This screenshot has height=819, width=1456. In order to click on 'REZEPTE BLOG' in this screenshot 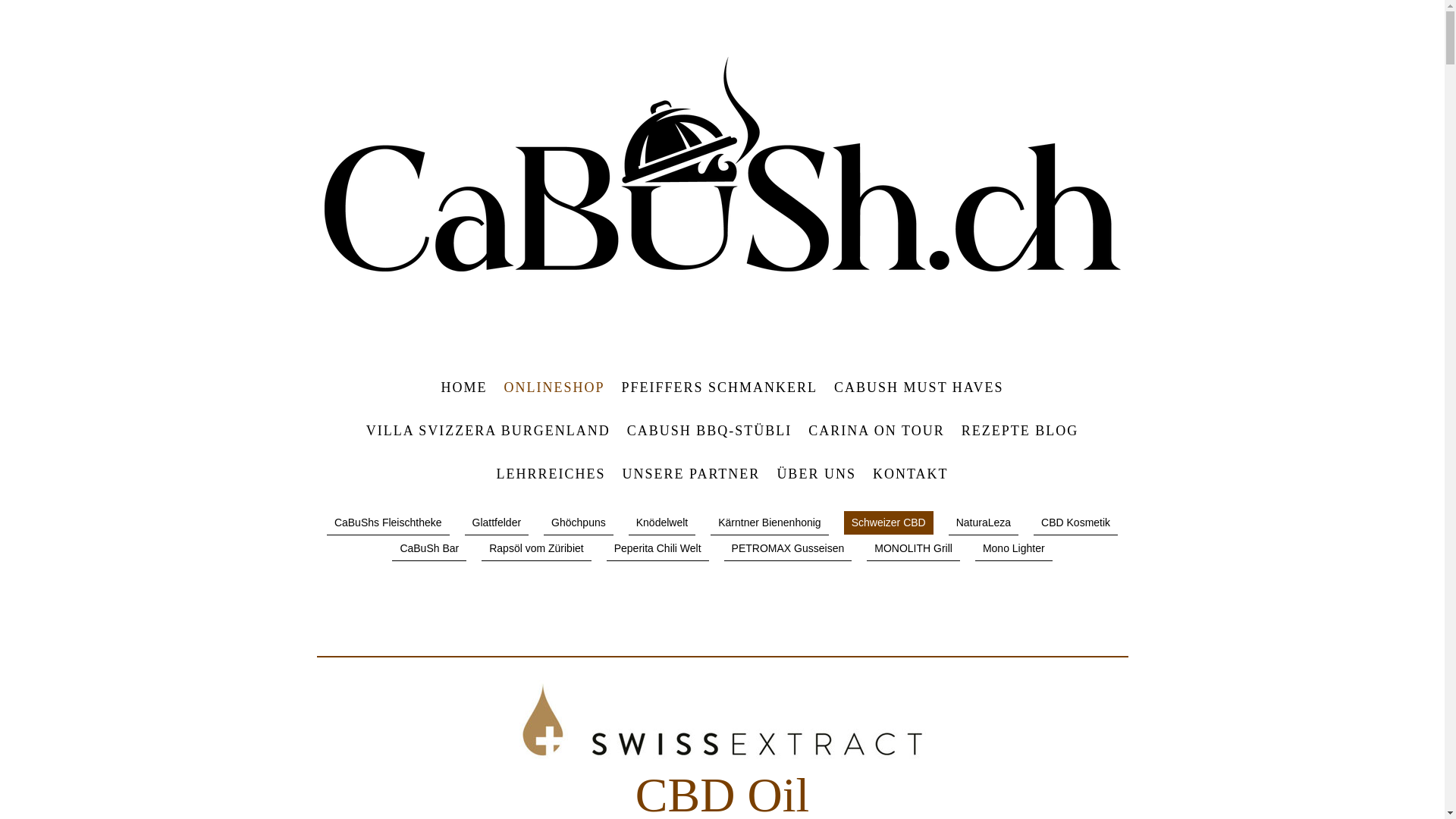, I will do `click(1020, 431)`.